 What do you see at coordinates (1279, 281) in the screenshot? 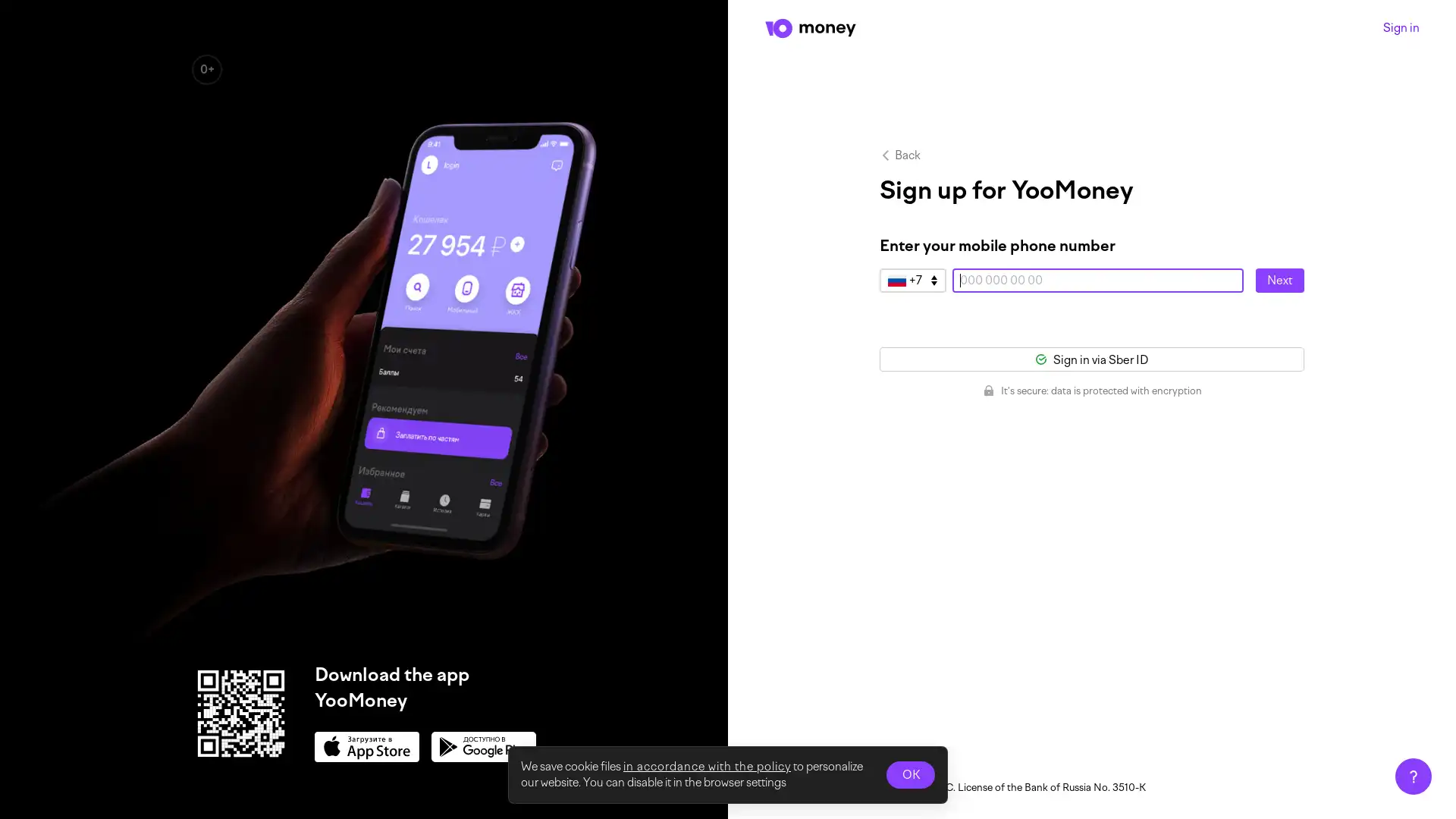
I see `Next` at bounding box center [1279, 281].